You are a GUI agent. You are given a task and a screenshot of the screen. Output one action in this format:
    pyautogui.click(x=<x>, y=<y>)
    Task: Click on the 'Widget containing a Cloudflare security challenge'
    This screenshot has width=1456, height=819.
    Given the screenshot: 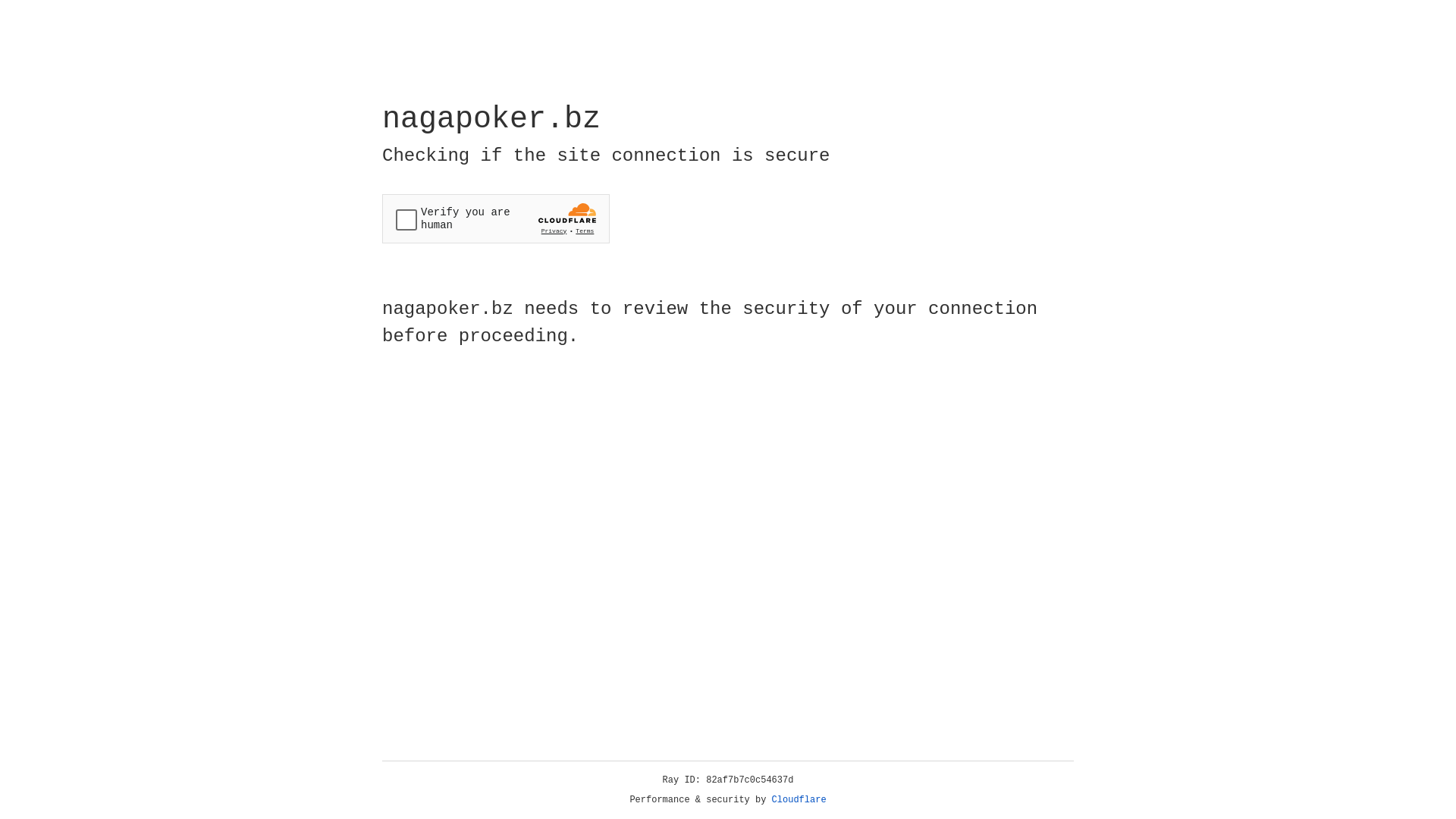 What is the action you would take?
    pyautogui.click(x=495, y=218)
    